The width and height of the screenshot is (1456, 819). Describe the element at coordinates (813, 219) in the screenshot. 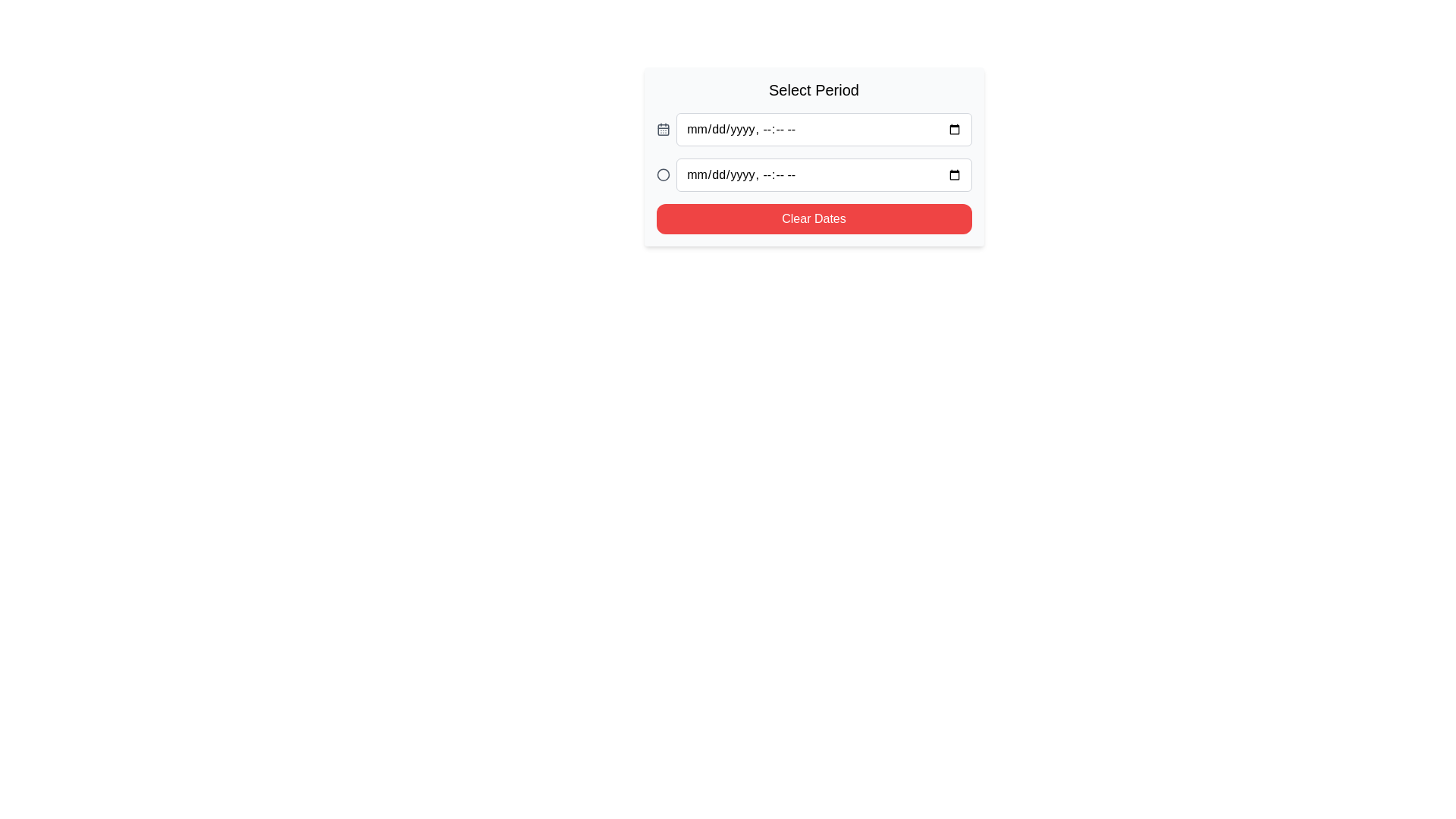

I see `the 'Clear Dates' button, which is a red rectangular button with white text at the bottom of the form layout` at that location.